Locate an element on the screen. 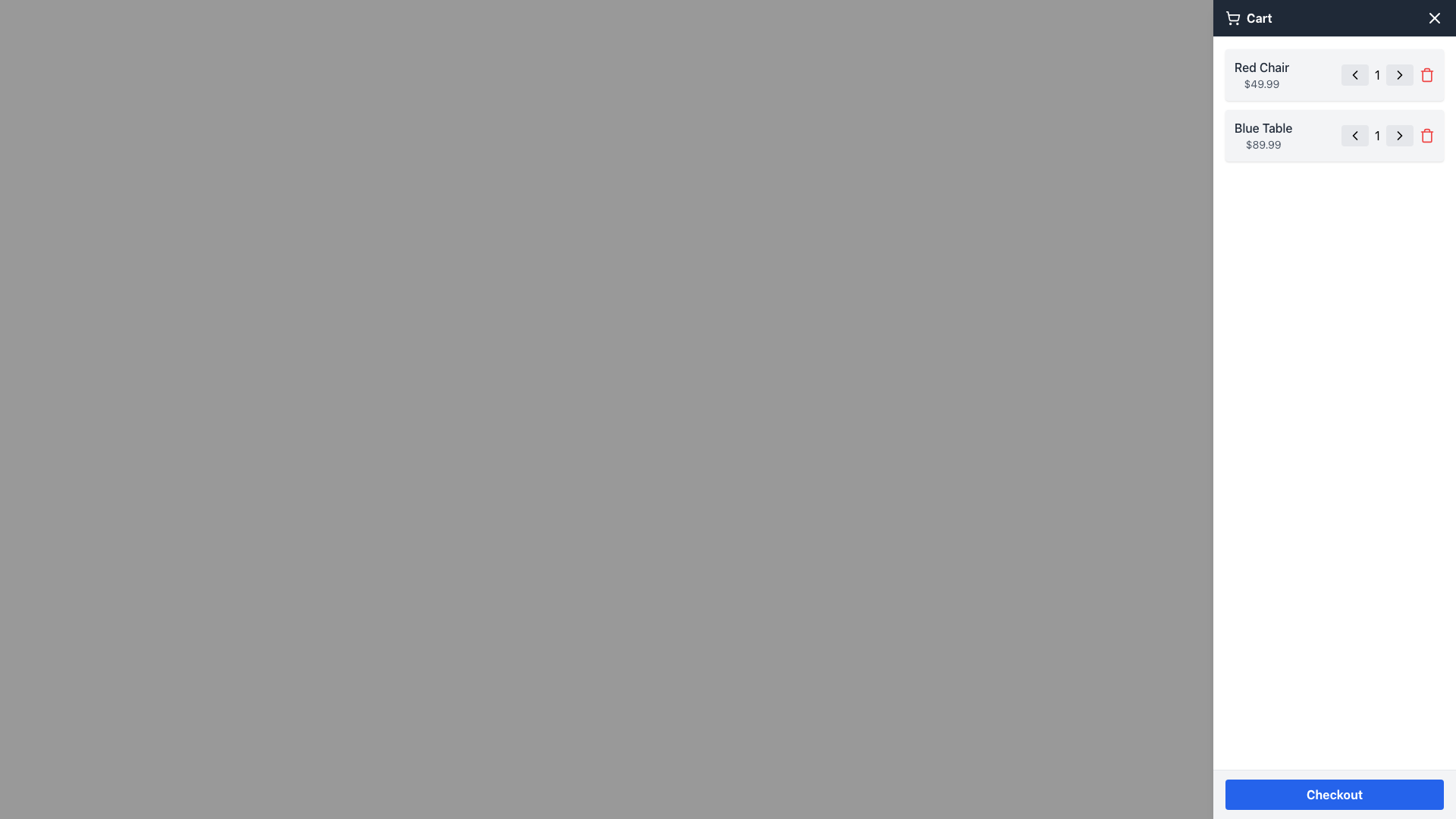 Image resolution: width=1456 pixels, height=819 pixels. the icon button with a chevron pointing to the right, styled with stroke-based outlines, located in the 'Blue Table' item controls in the cart is located at coordinates (1399, 134).